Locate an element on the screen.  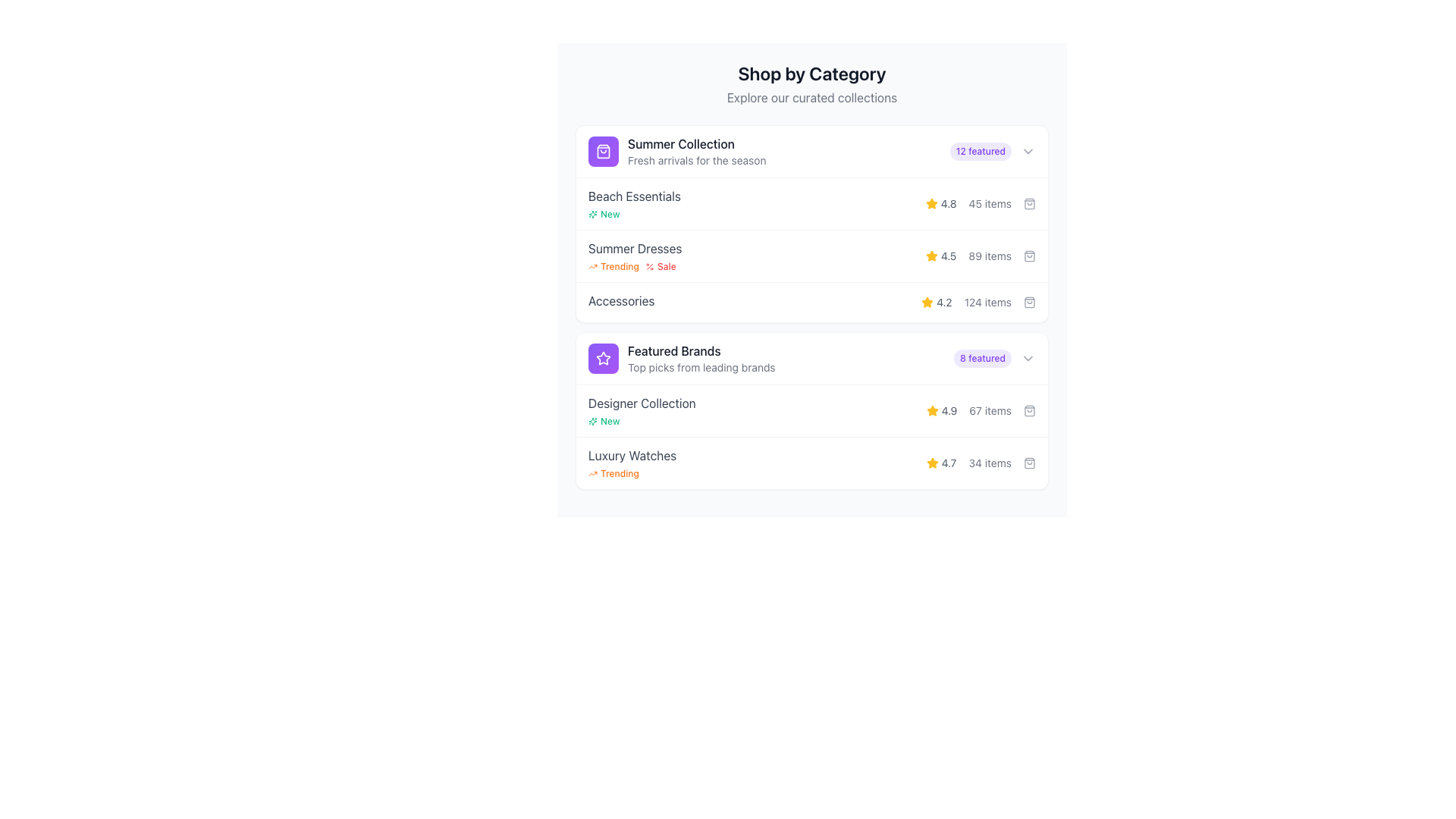
rating details of the List item labeled 'Designer Collection' which includes a star icon, a rating of '4.9', and '67 items' displayed to the right is located at coordinates (811, 409).